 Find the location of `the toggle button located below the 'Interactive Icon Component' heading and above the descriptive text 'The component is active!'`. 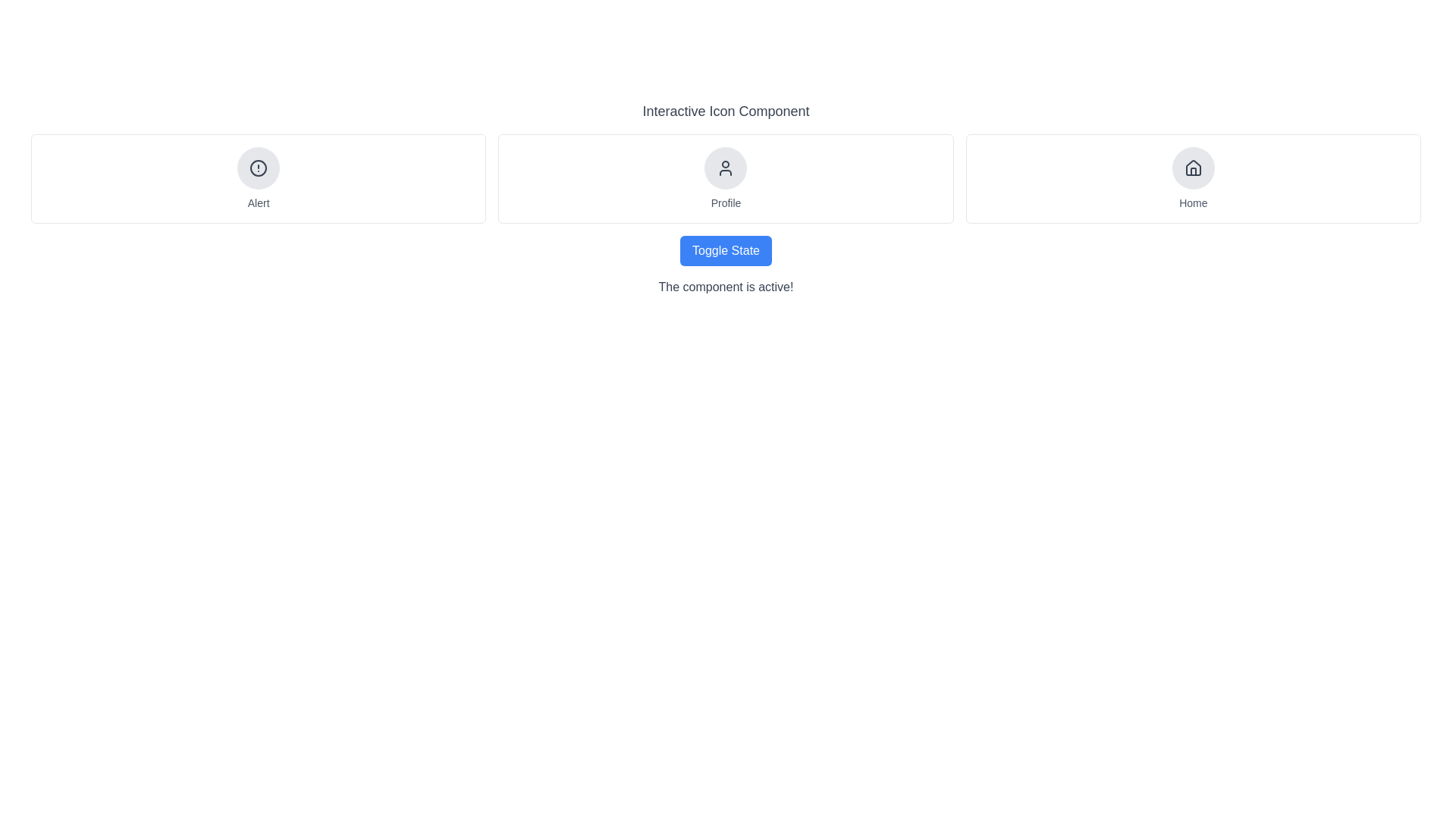

the toggle button located below the 'Interactive Icon Component' heading and above the descriptive text 'The component is active!' is located at coordinates (725, 250).